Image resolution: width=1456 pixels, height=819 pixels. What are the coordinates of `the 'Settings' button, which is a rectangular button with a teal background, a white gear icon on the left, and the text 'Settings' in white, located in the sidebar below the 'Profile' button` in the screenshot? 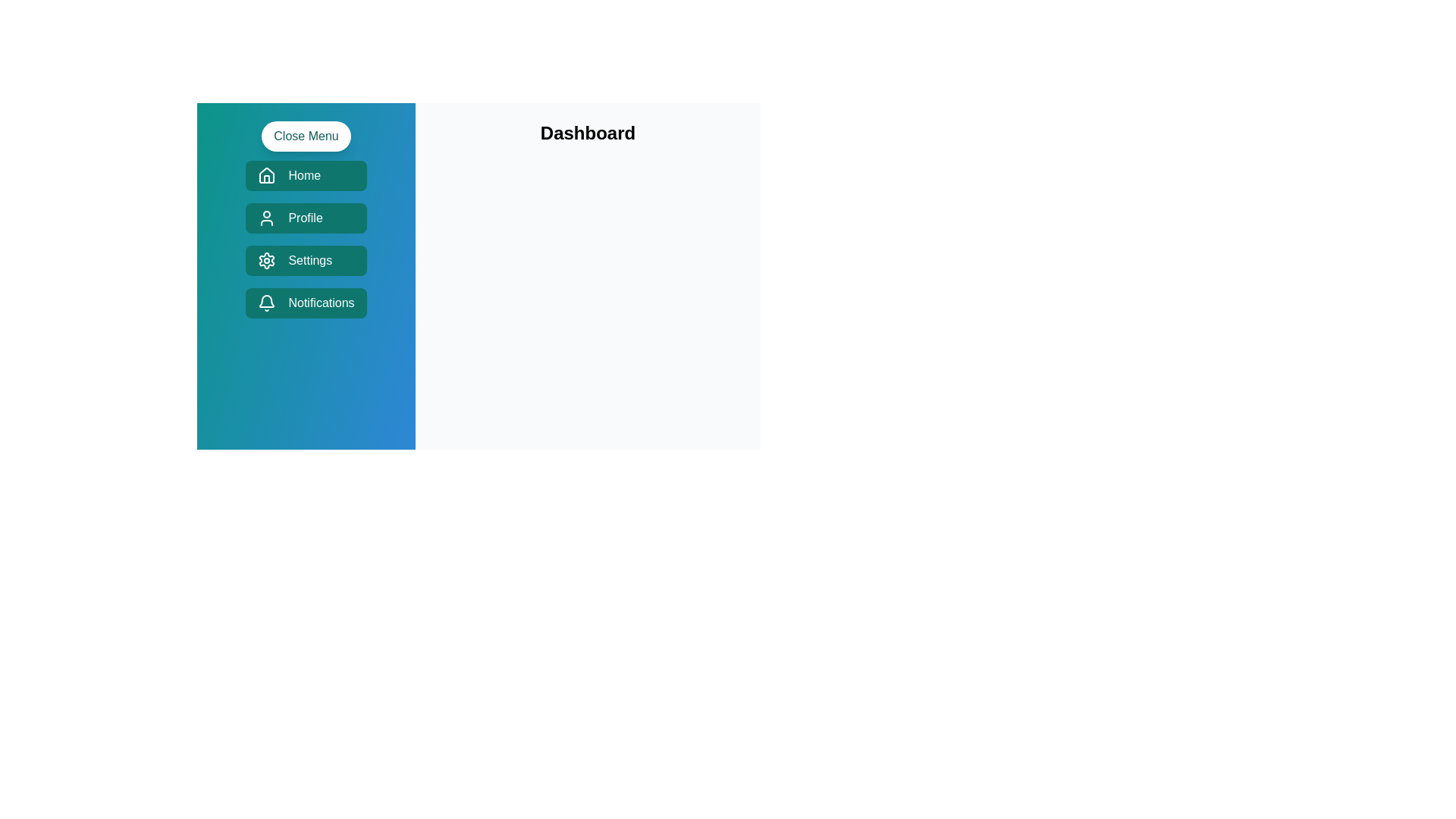 It's located at (305, 259).